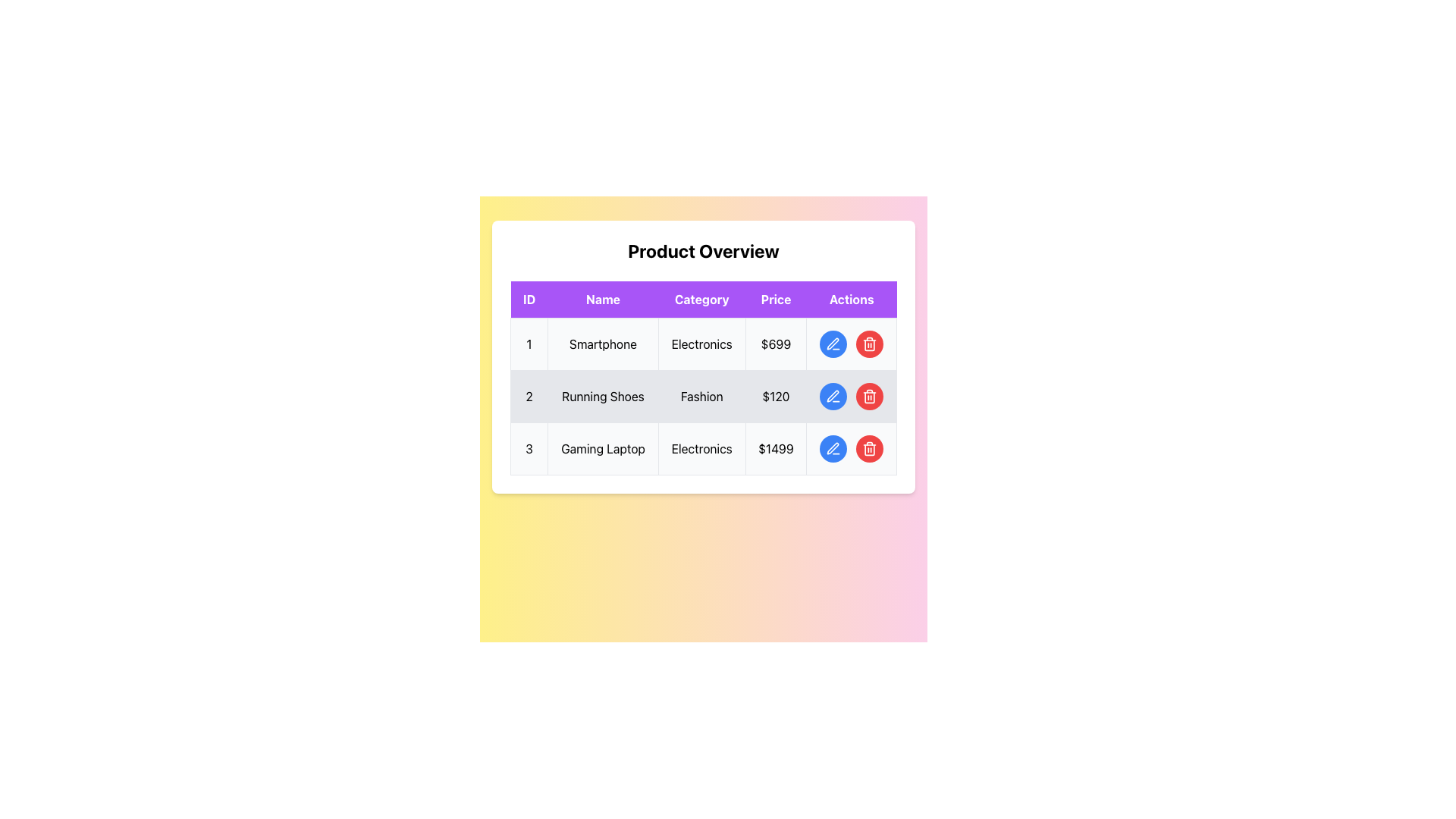 This screenshot has width=1456, height=819. Describe the element at coordinates (529, 447) in the screenshot. I see `the Text label displaying the number '3' in a bold style within the first column of the third row of the table to focus on it` at that location.